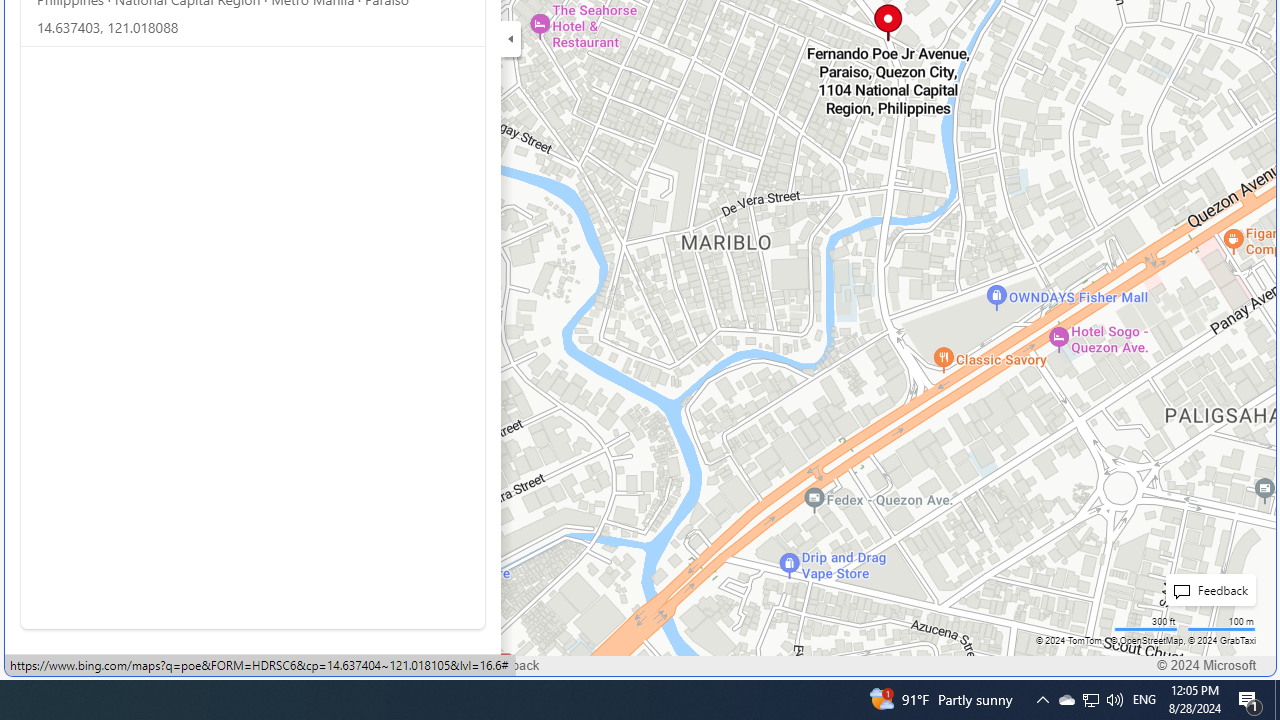 The height and width of the screenshot is (720, 1280). What do you see at coordinates (510, 38) in the screenshot?
I see `'Expand/Collapse Cards'` at bounding box center [510, 38].